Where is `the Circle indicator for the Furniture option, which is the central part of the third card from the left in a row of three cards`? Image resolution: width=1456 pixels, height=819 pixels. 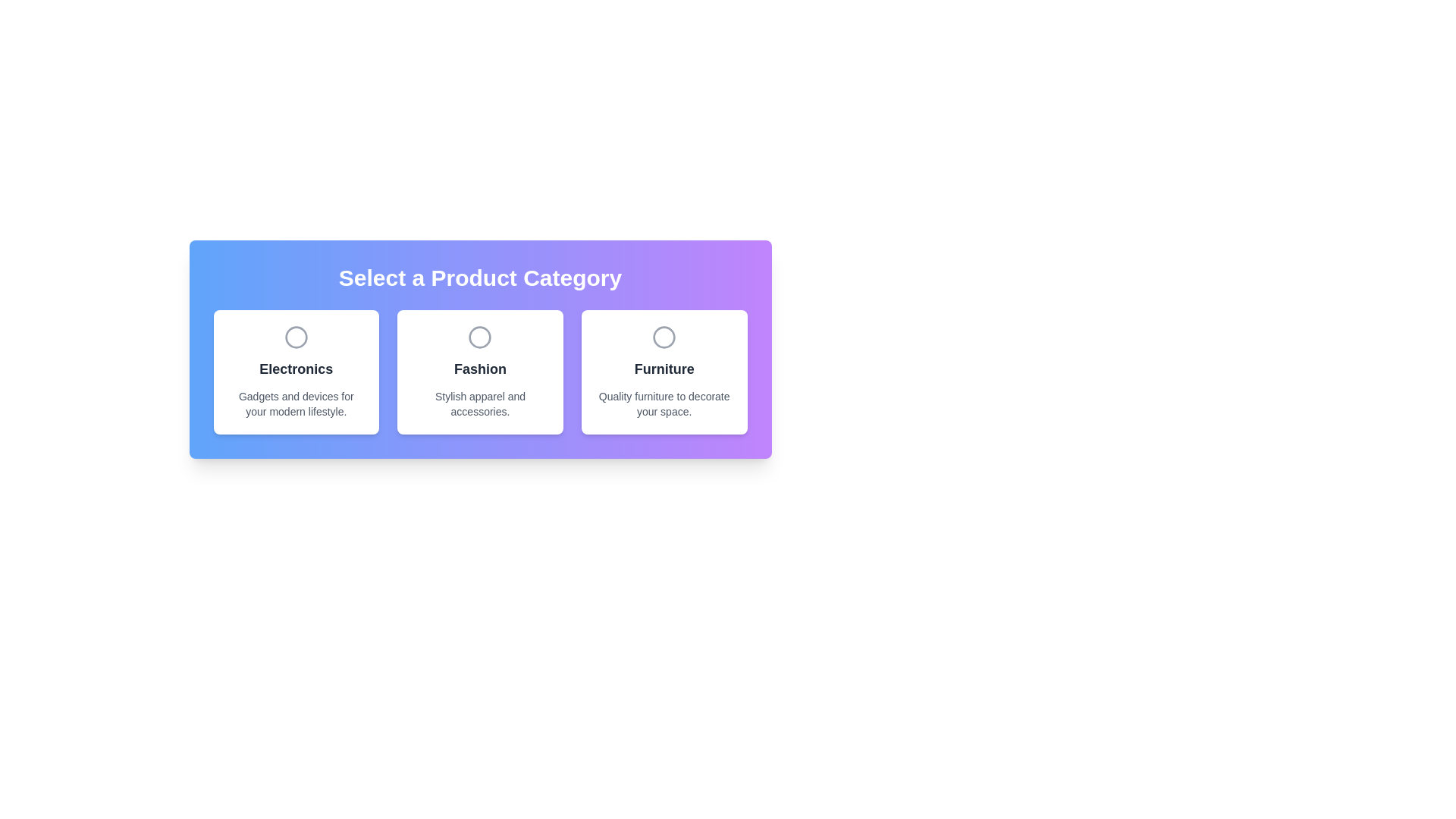 the Circle indicator for the Furniture option, which is the central part of the third card from the left in a row of three cards is located at coordinates (664, 336).